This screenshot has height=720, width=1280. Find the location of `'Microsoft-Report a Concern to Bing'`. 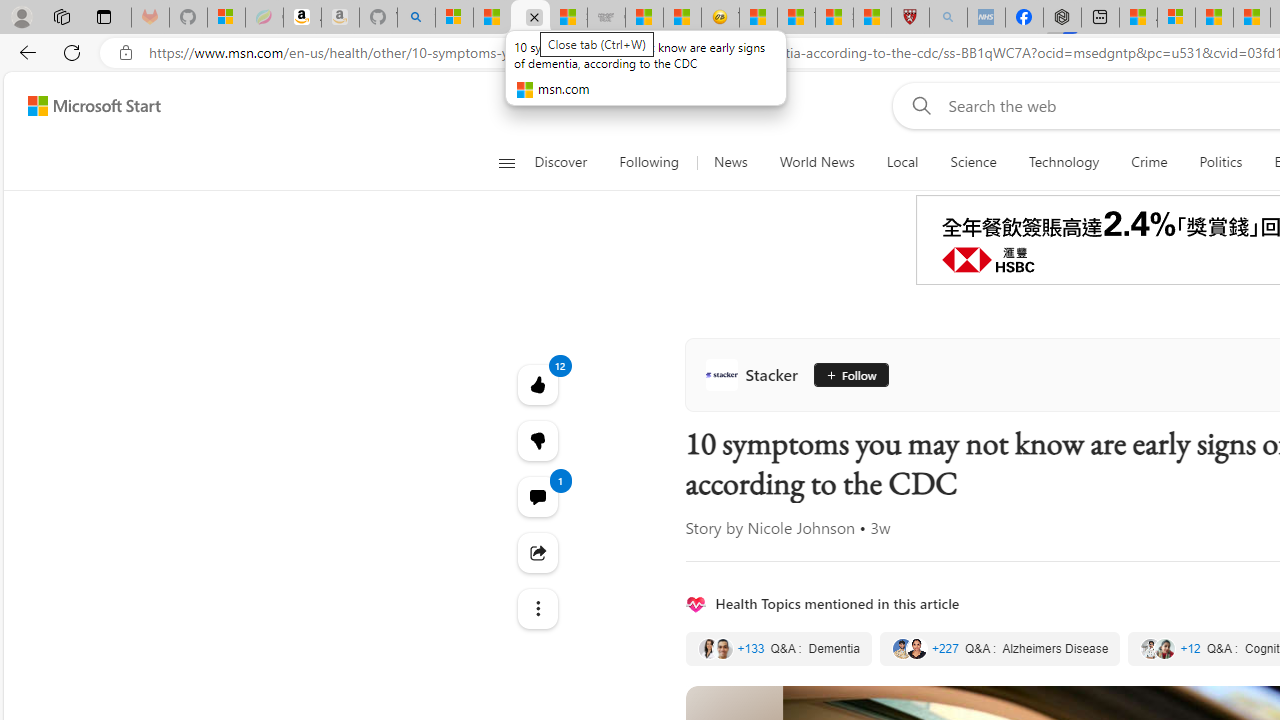

'Microsoft-Report a Concern to Bing' is located at coordinates (225, 17).